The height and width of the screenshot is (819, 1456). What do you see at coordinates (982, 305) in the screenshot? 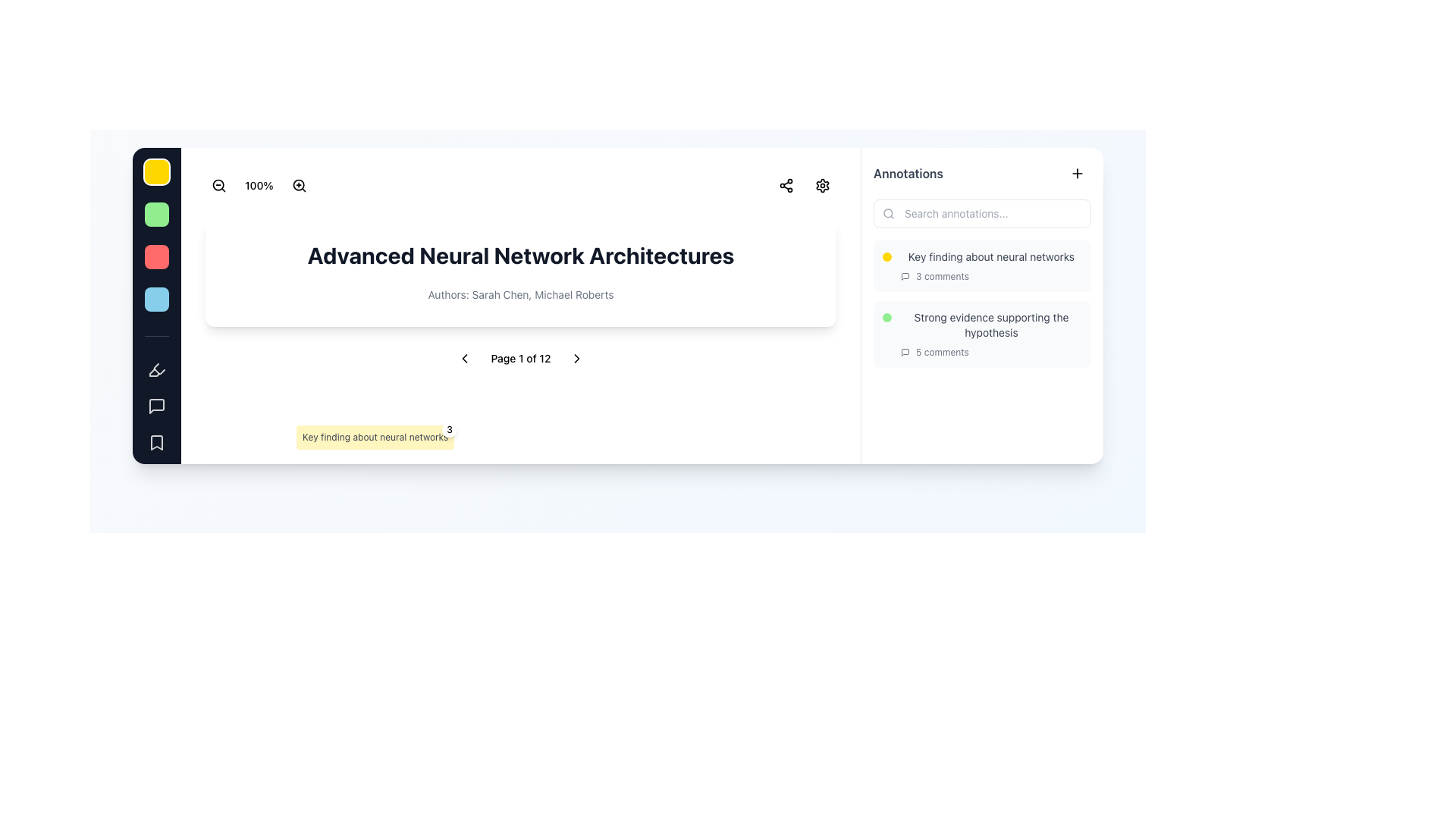
I see `the second entry of the 'Annotations' list item located on the right side of the interface for actions like editing or viewing comments` at bounding box center [982, 305].